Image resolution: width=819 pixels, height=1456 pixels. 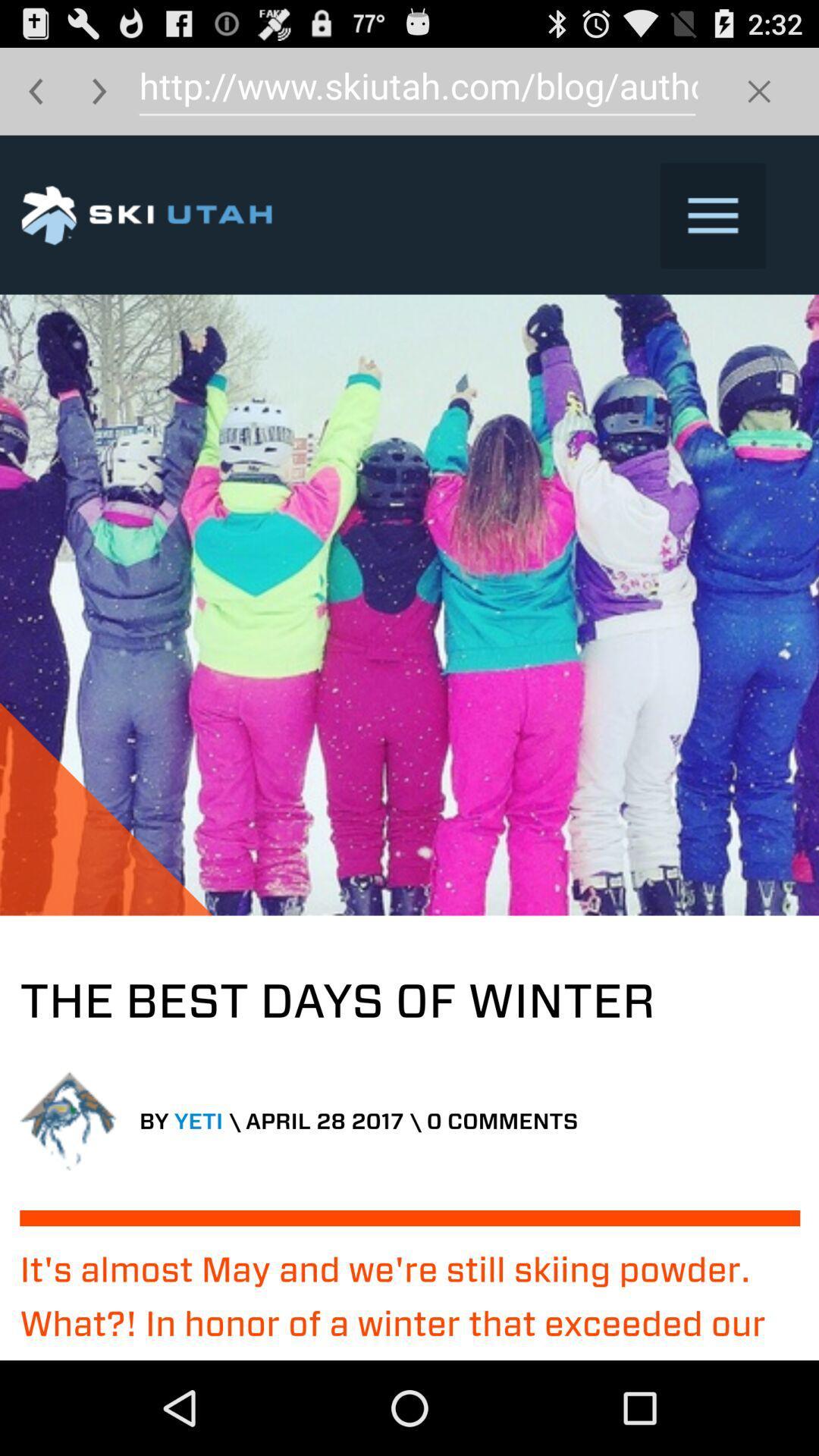 What do you see at coordinates (99, 97) in the screenshot?
I see `the arrow_forward icon` at bounding box center [99, 97].